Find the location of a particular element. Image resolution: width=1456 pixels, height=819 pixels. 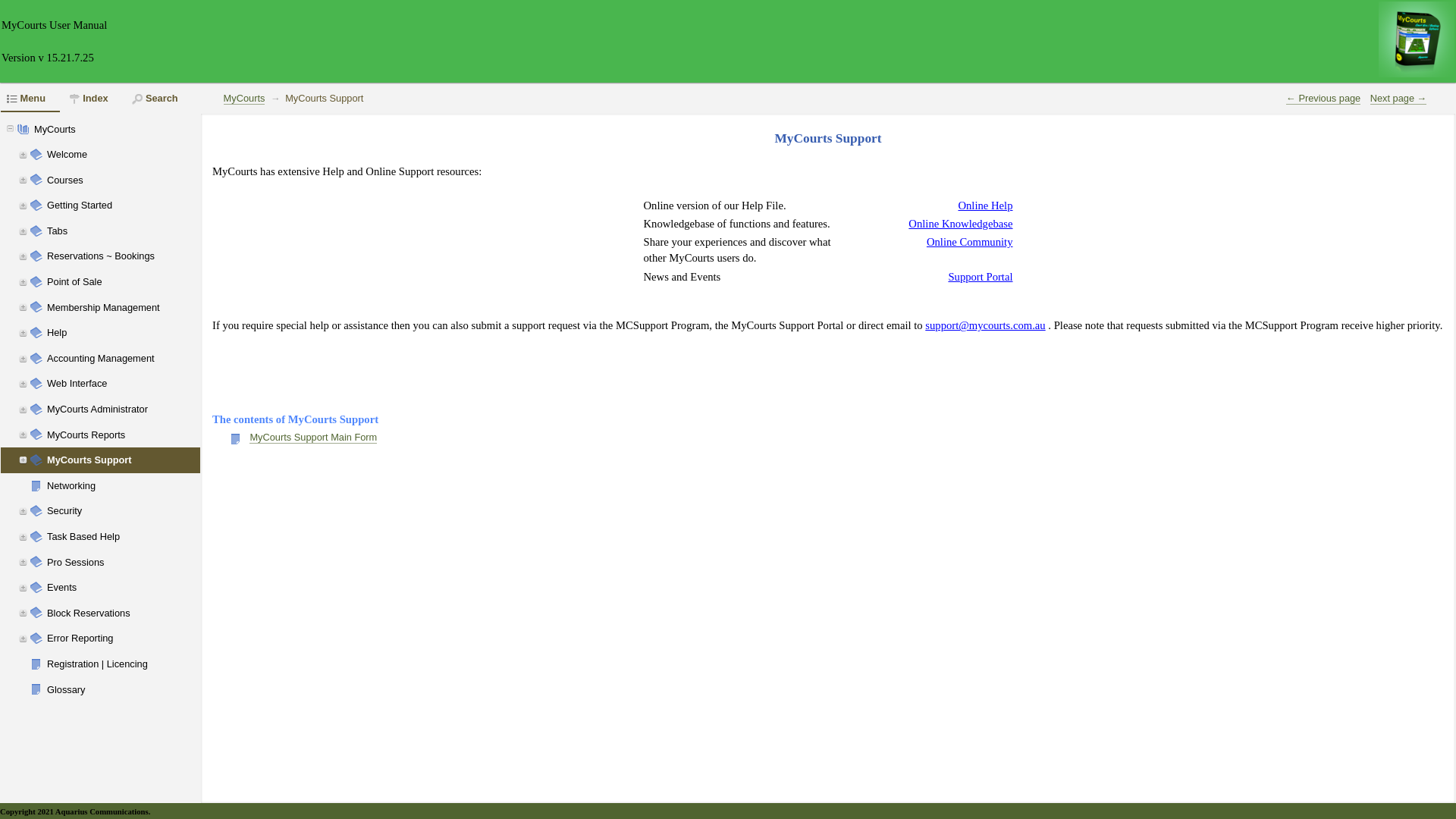

'Accounting Management' is located at coordinates (143, 359).